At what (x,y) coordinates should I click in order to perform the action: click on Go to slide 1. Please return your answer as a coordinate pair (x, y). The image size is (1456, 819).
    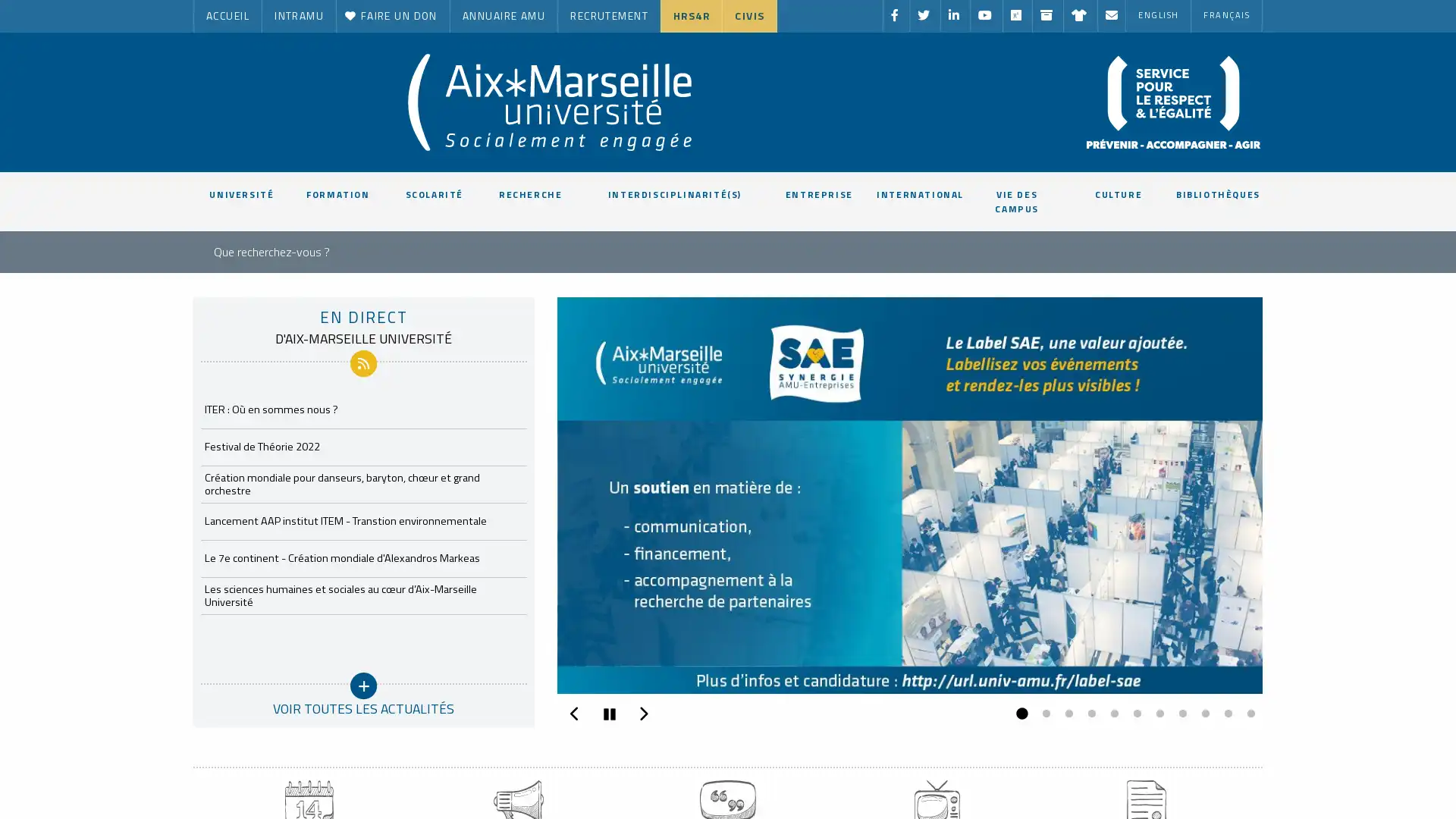
    Looking at the image, I should click on (1019, 714).